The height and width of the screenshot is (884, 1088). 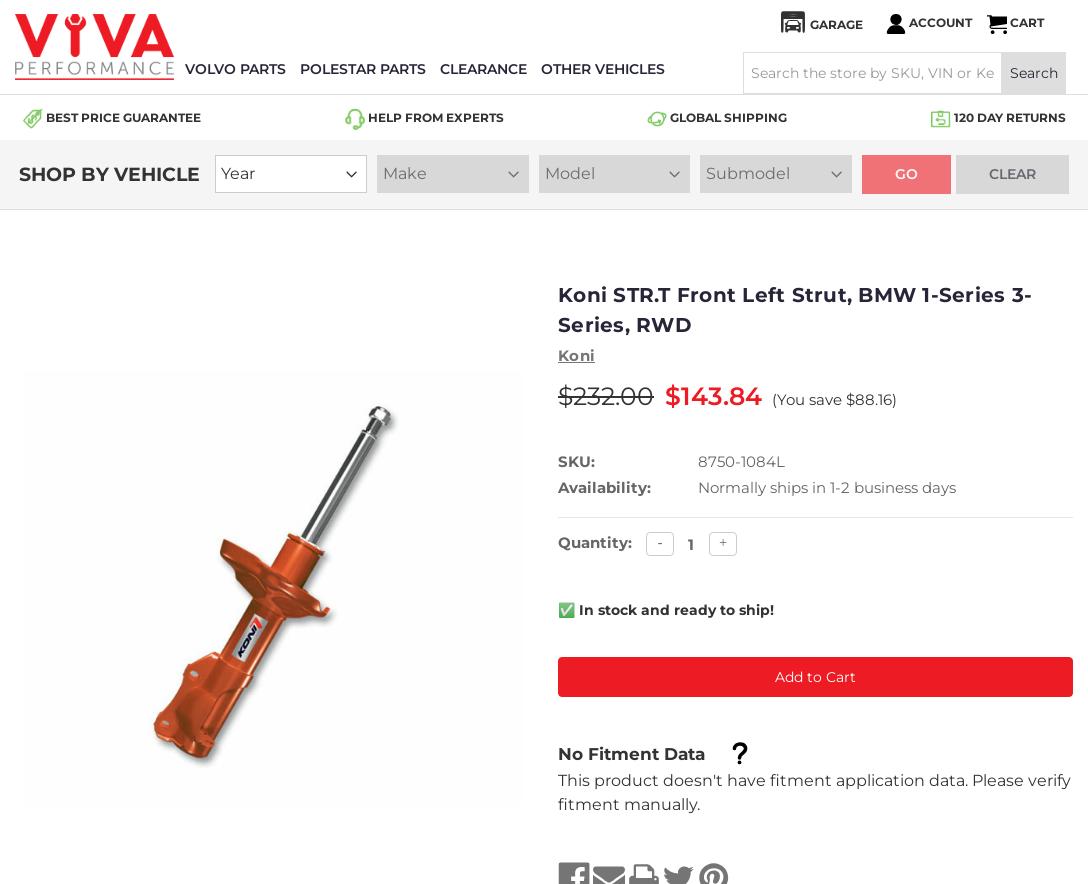 I want to click on 'SKU:', so click(x=576, y=460).